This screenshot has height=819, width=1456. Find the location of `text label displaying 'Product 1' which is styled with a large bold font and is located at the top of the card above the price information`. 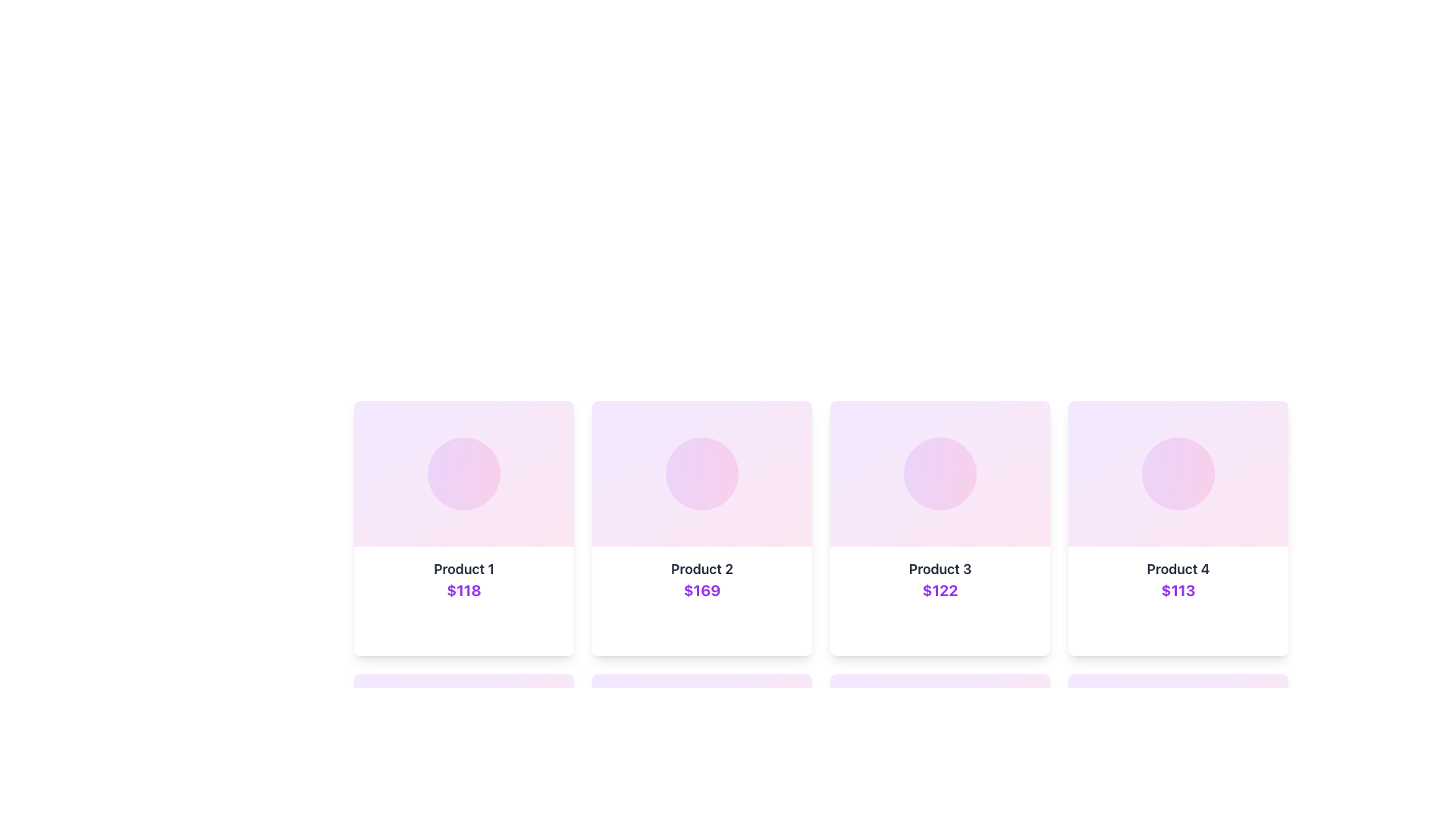

text label displaying 'Product 1' which is styled with a large bold font and is located at the top of the card above the price information is located at coordinates (463, 570).